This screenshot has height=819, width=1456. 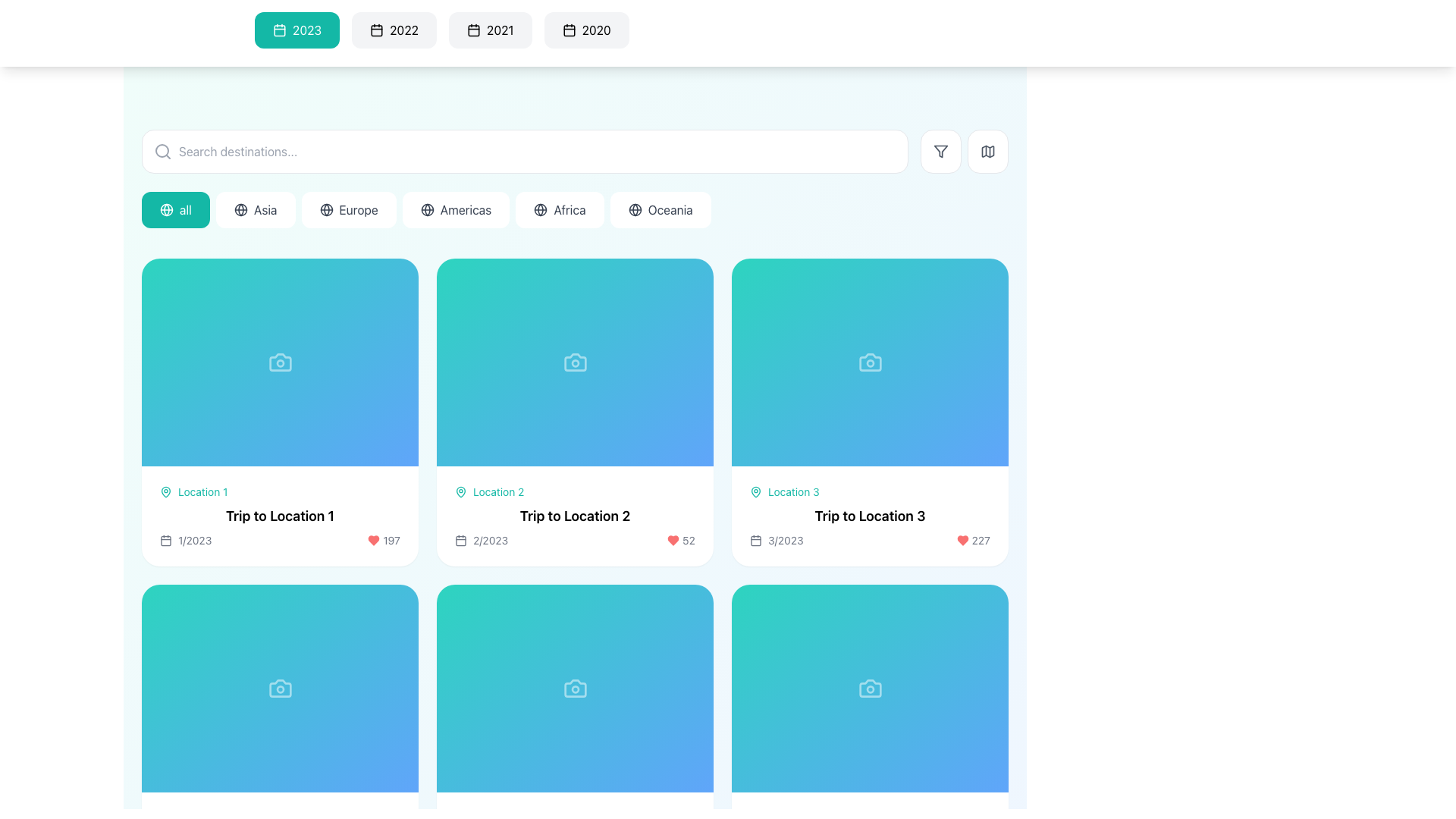 I want to click on the heart icon located at the bottom-right corner of the card titled 'Trip to Location 3' to like or favorite the item, so click(x=962, y=539).